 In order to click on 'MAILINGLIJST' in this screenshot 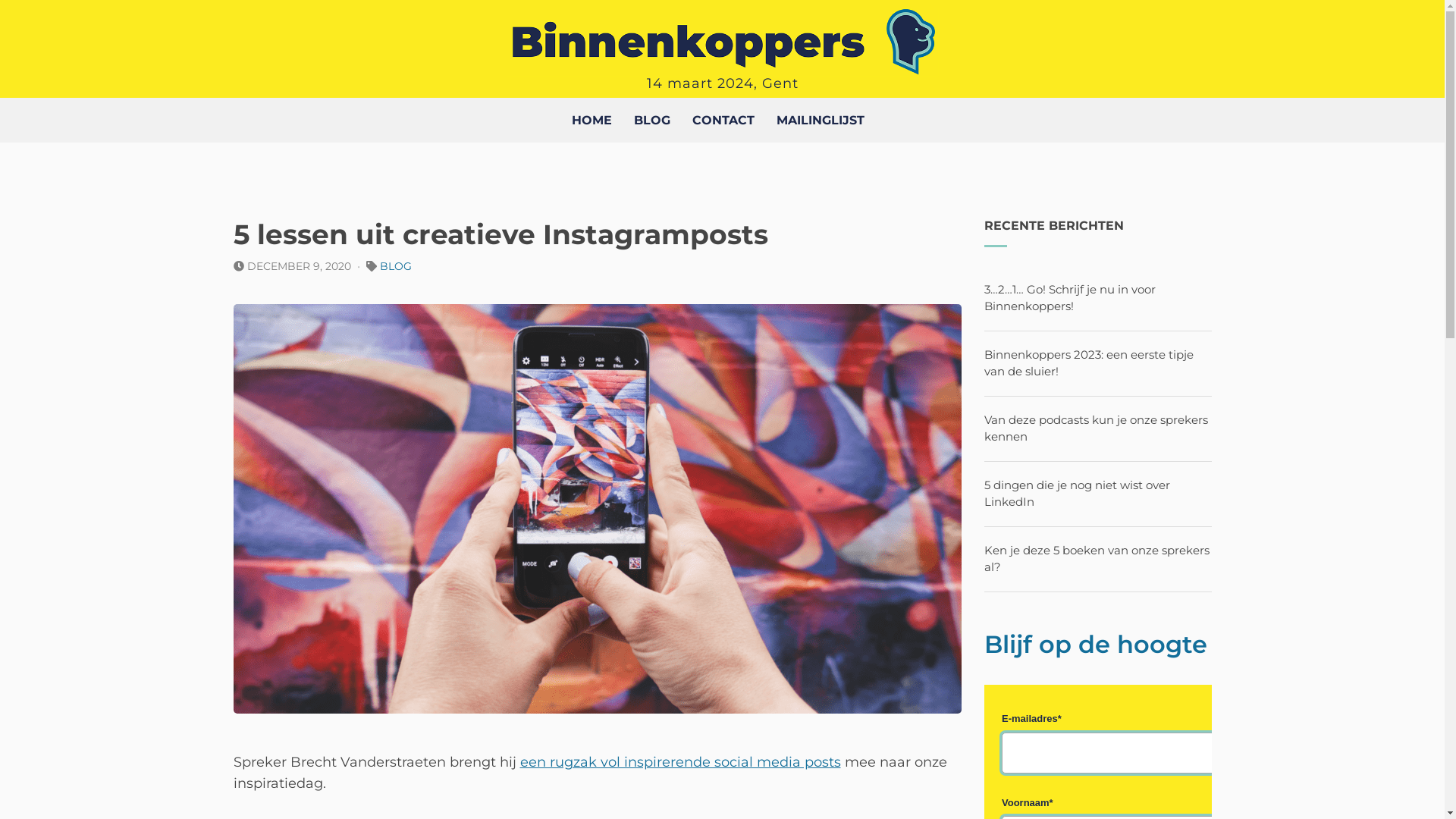, I will do `click(819, 119)`.